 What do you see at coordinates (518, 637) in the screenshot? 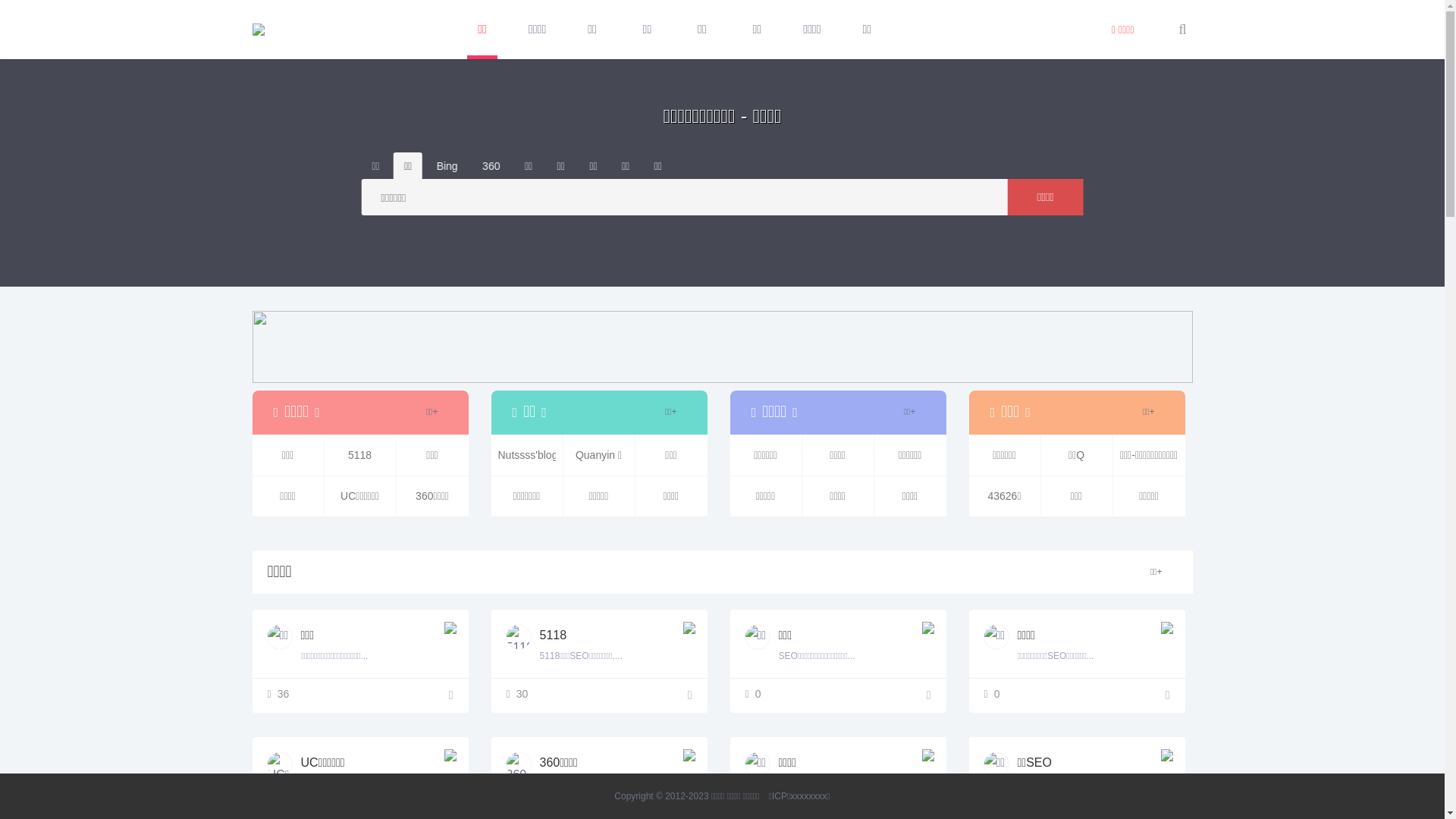
I see `'5118'` at bounding box center [518, 637].